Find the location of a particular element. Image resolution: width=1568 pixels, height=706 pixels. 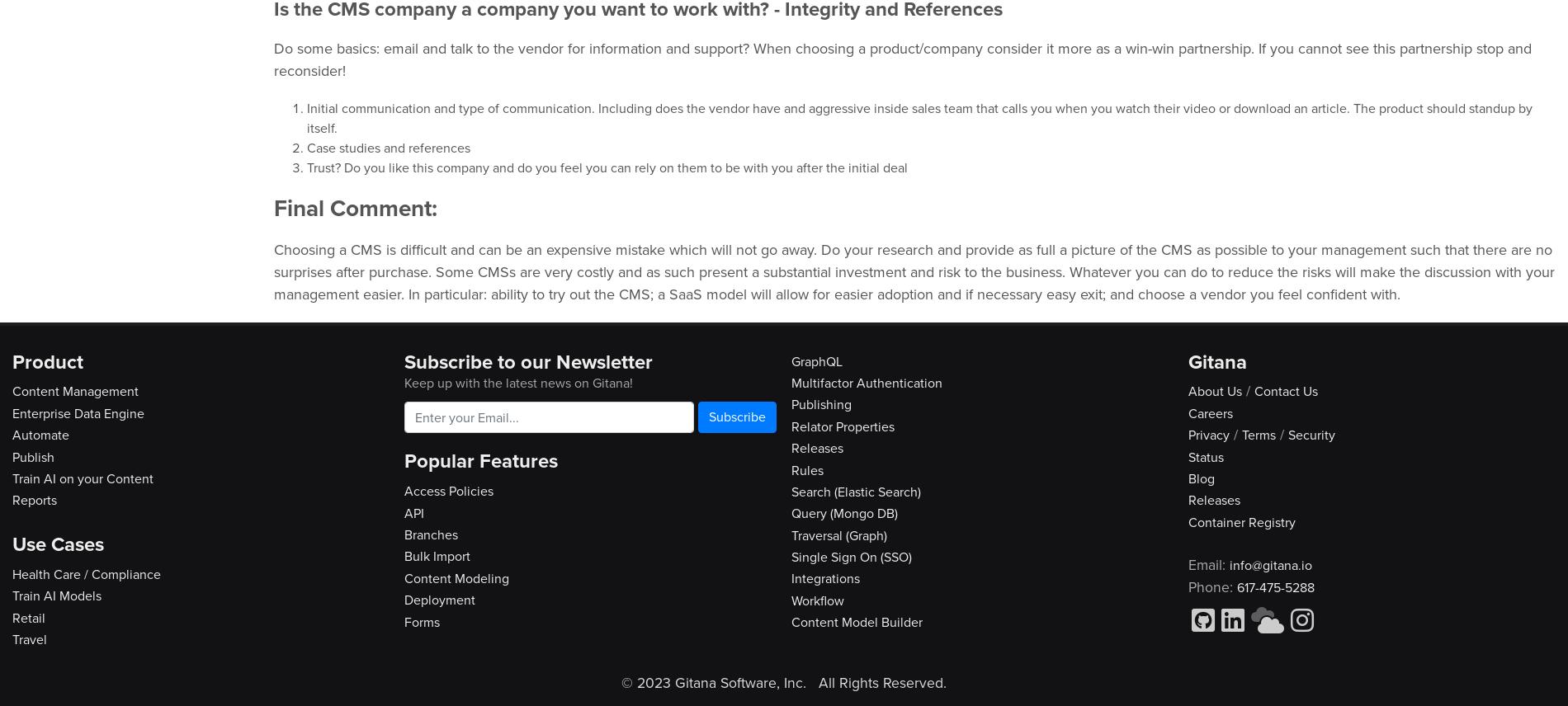

'Workflow' is located at coordinates (818, 600).